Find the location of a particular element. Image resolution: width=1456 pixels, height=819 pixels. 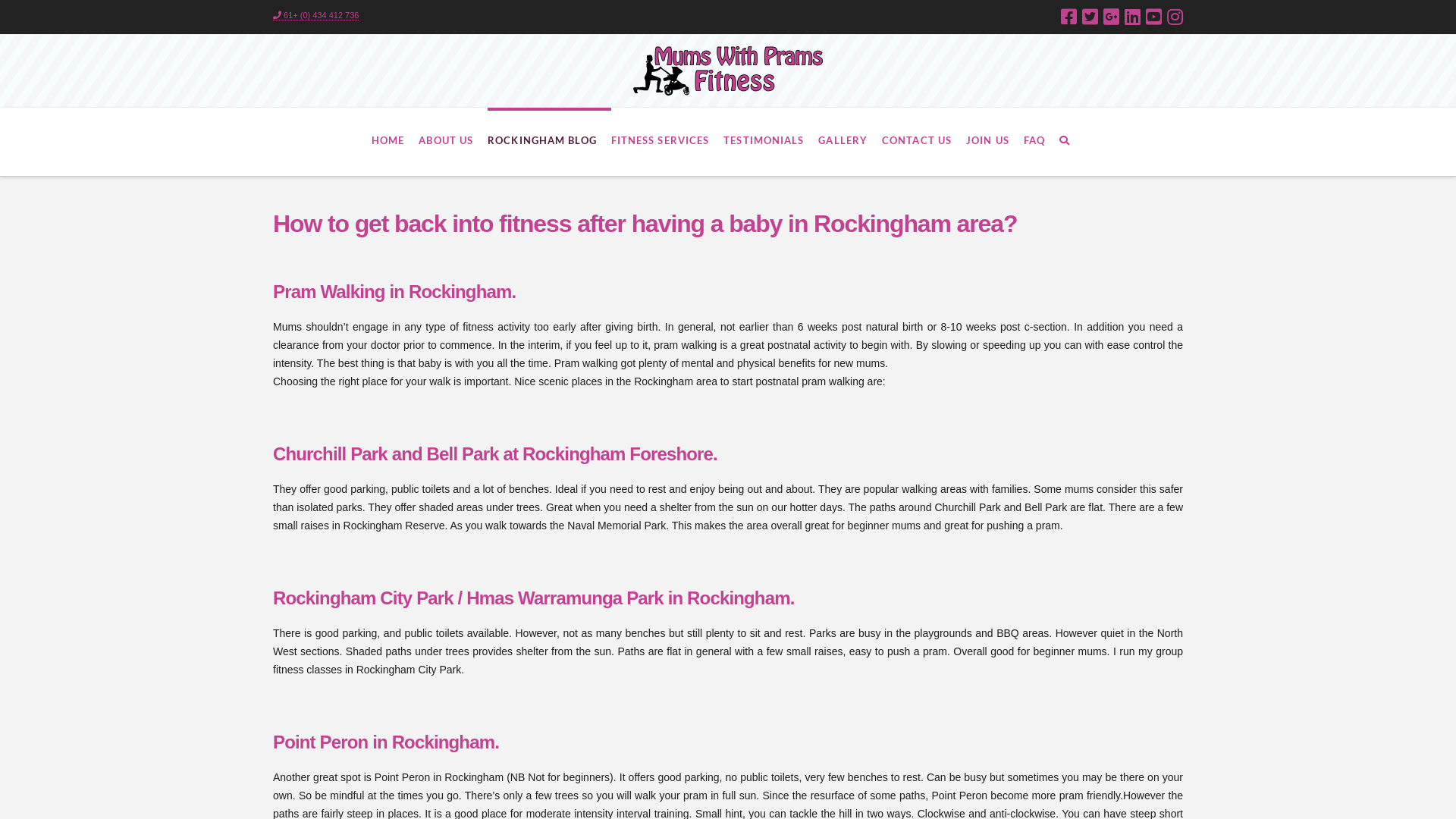

'Google+' is located at coordinates (1111, 17).